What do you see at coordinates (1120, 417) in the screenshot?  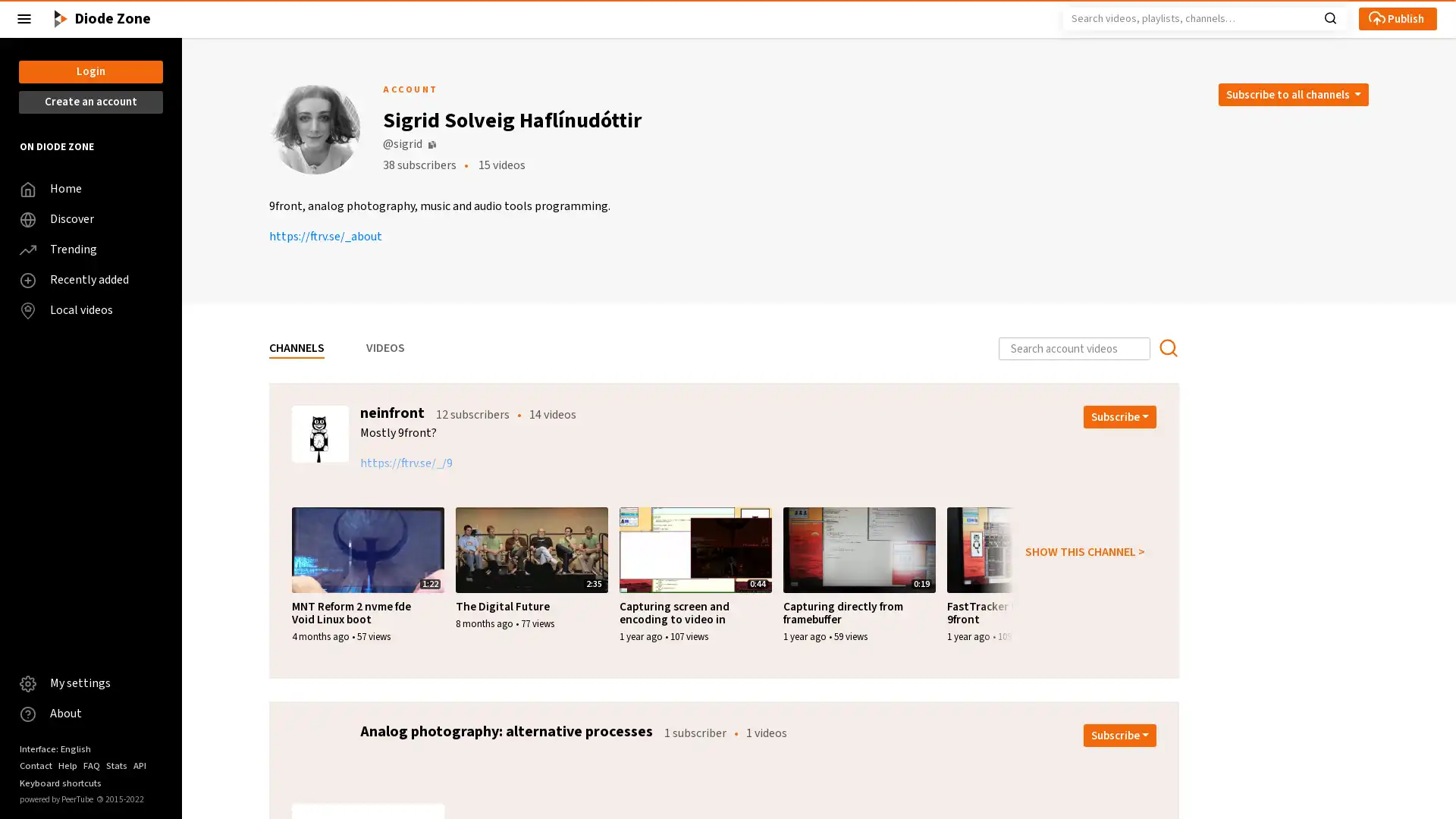 I see `Open subscription dropdown` at bounding box center [1120, 417].